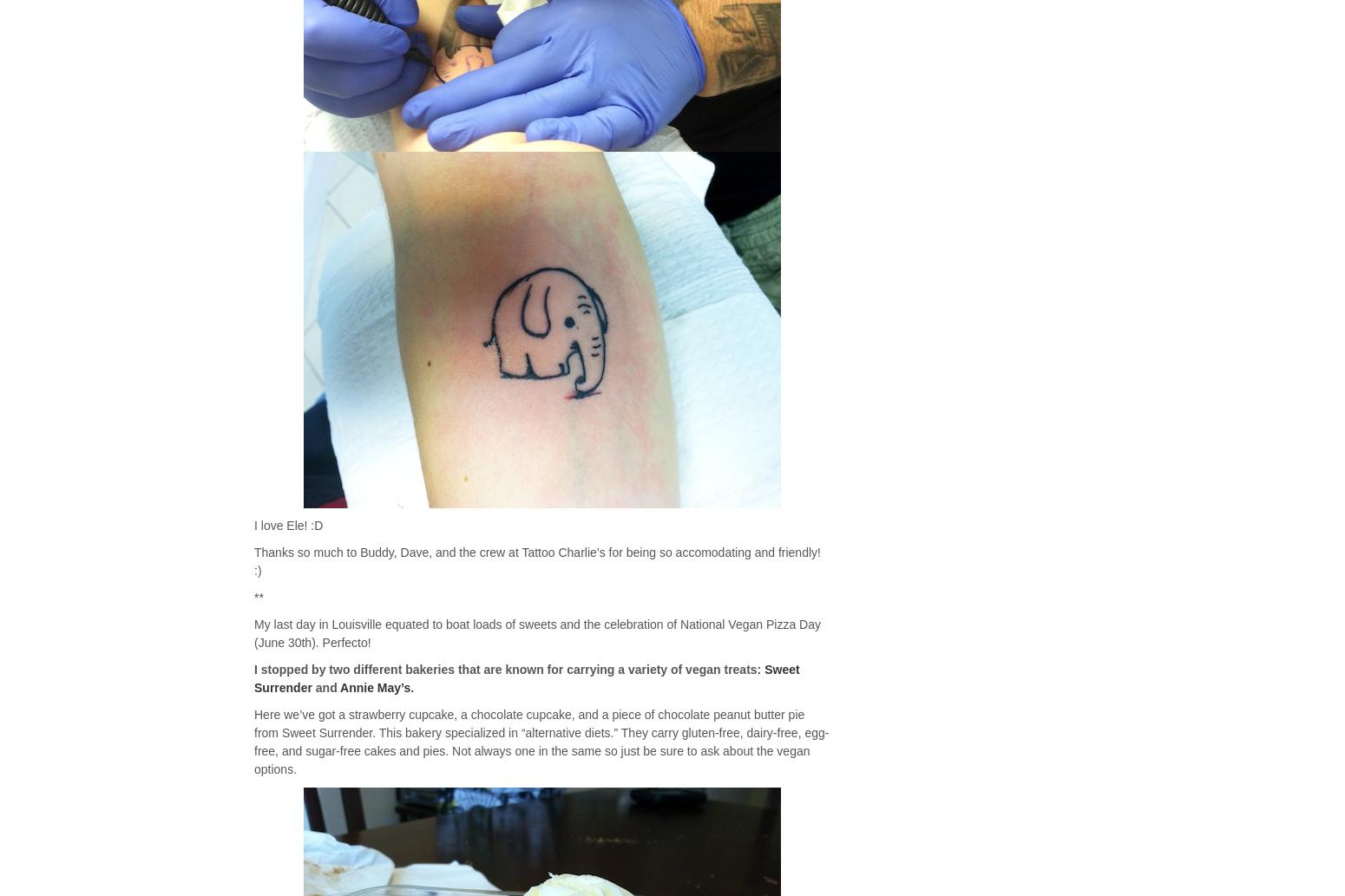 The height and width of the screenshot is (896, 1345). What do you see at coordinates (259, 598) in the screenshot?
I see `'**'` at bounding box center [259, 598].